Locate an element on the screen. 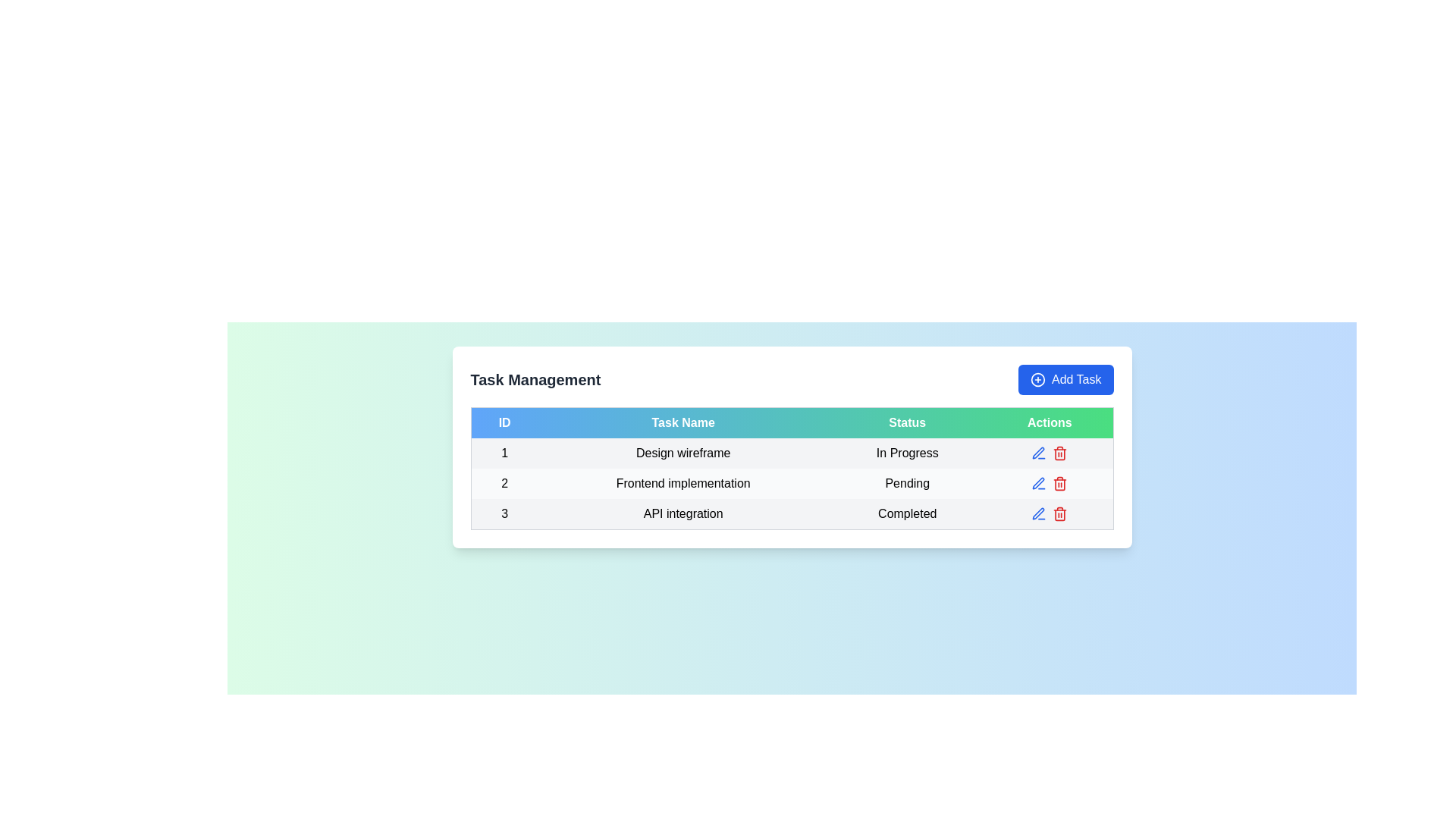 Image resolution: width=1456 pixels, height=819 pixels. the text label displaying the numeral '3' located in the first column of the third row under the 'ID' column in the task management interface is located at coordinates (504, 513).